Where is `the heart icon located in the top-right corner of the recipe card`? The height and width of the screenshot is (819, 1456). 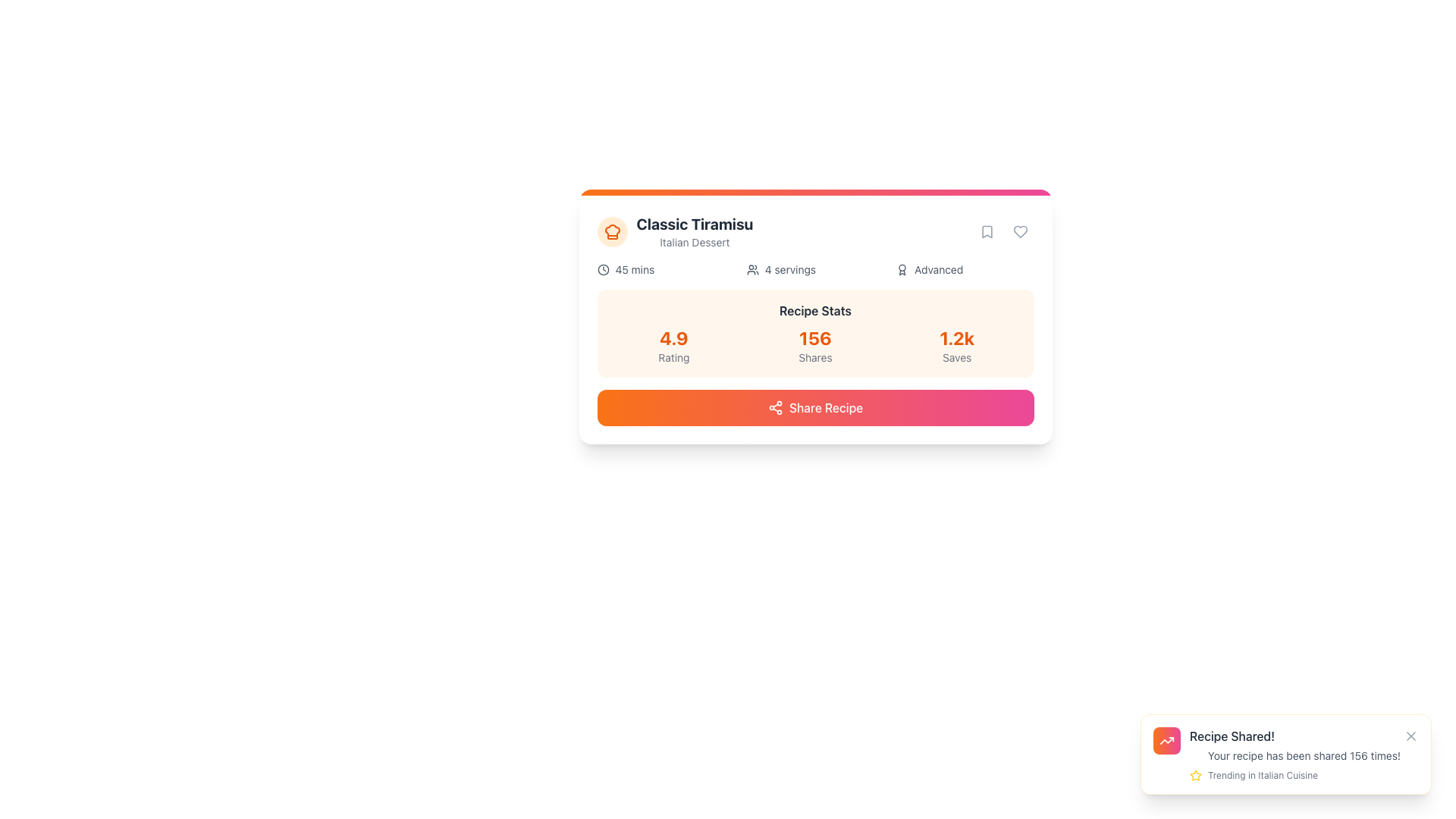 the heart icon located in the top-right corner of the recipe card is located at coordinates (1020, 231).